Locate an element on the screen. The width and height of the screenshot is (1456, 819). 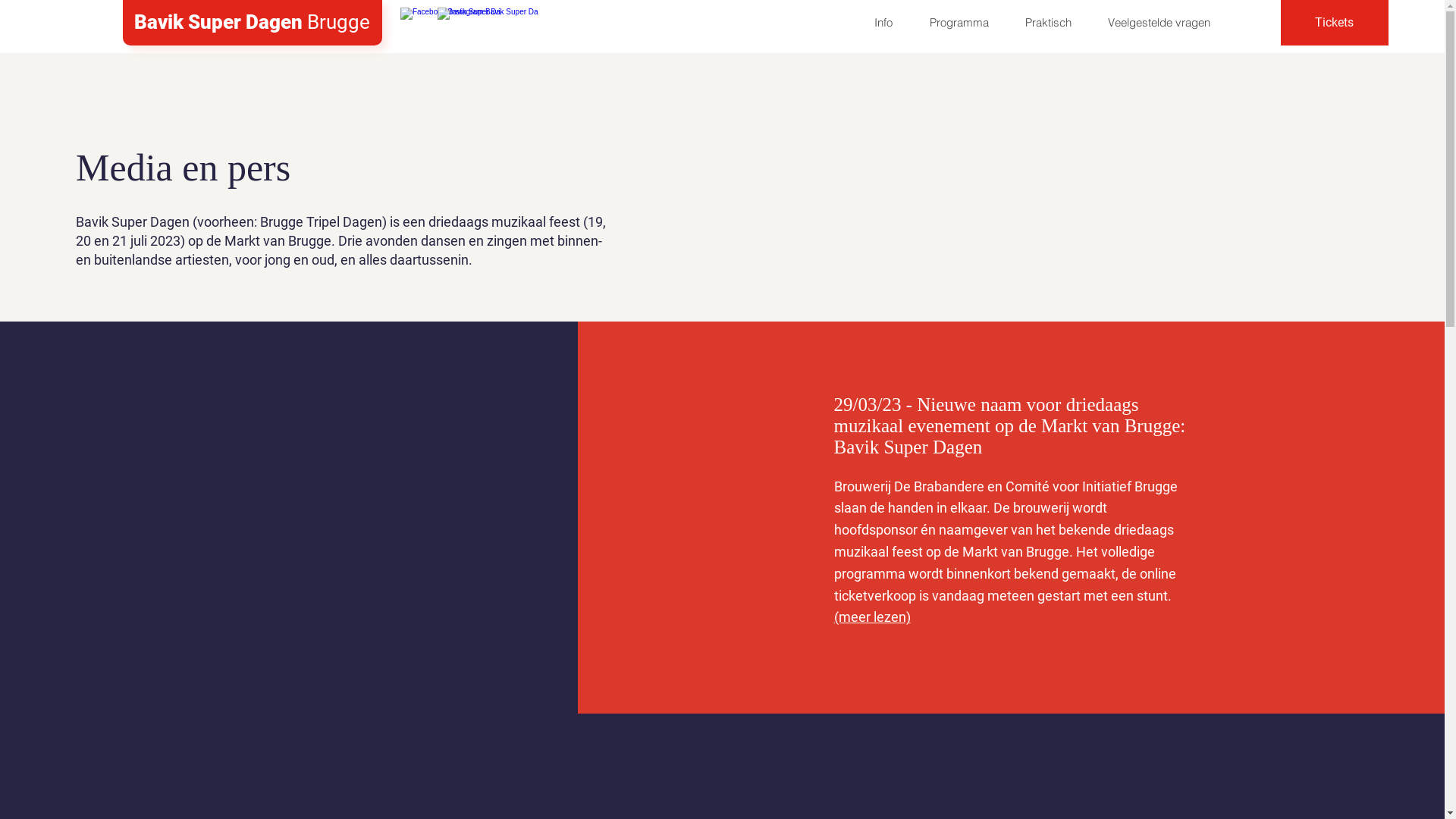
'Info' is located at coordinates (883, 23).